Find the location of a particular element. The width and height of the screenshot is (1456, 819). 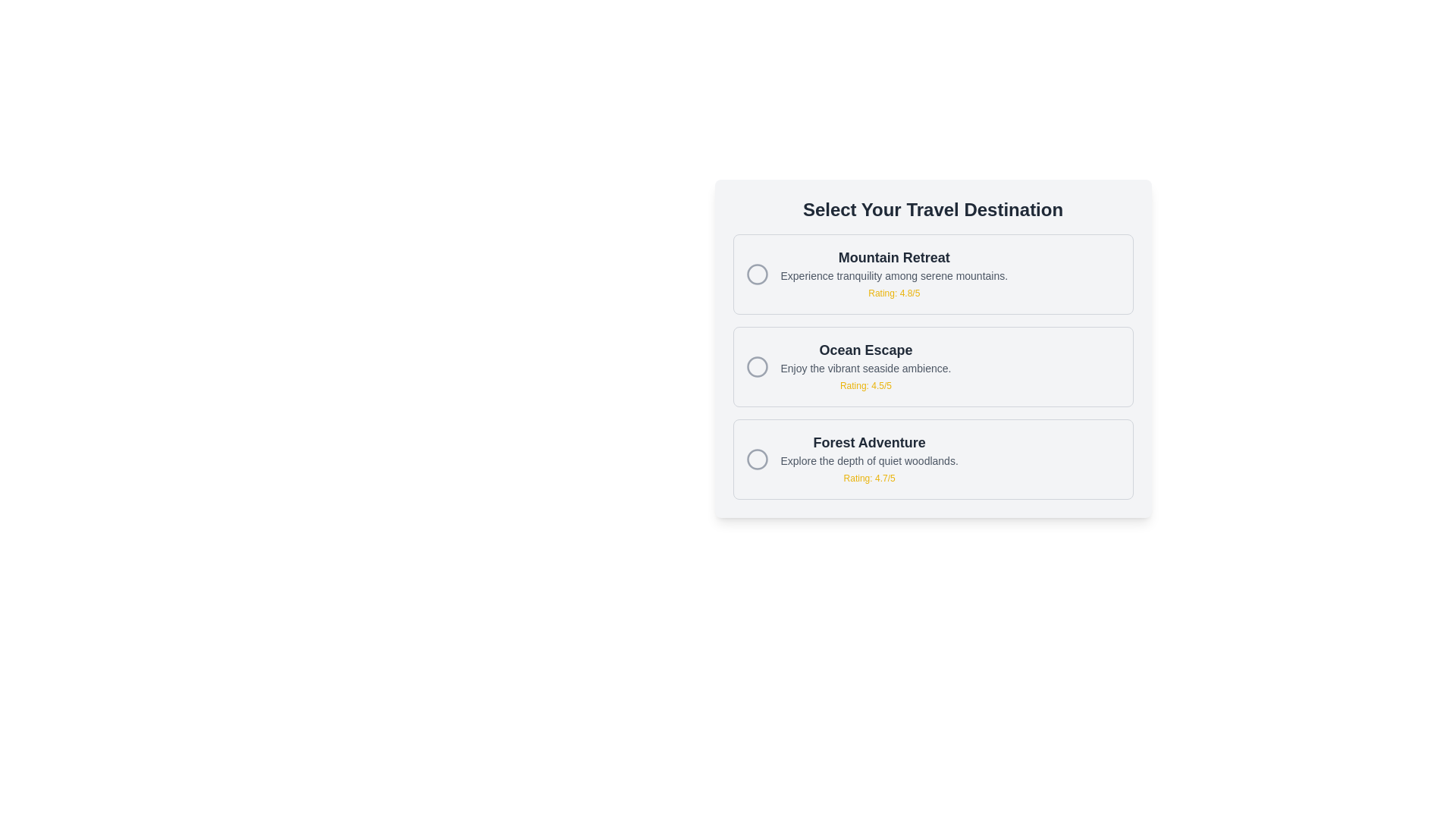

the text element displaying 'Experience tranquility among serene mountains.', which is styled in gray and positioned between the title 'Mountain Retreat' and the rating text 'Rating: 4.8/5' is located at coordinates (894, 275).